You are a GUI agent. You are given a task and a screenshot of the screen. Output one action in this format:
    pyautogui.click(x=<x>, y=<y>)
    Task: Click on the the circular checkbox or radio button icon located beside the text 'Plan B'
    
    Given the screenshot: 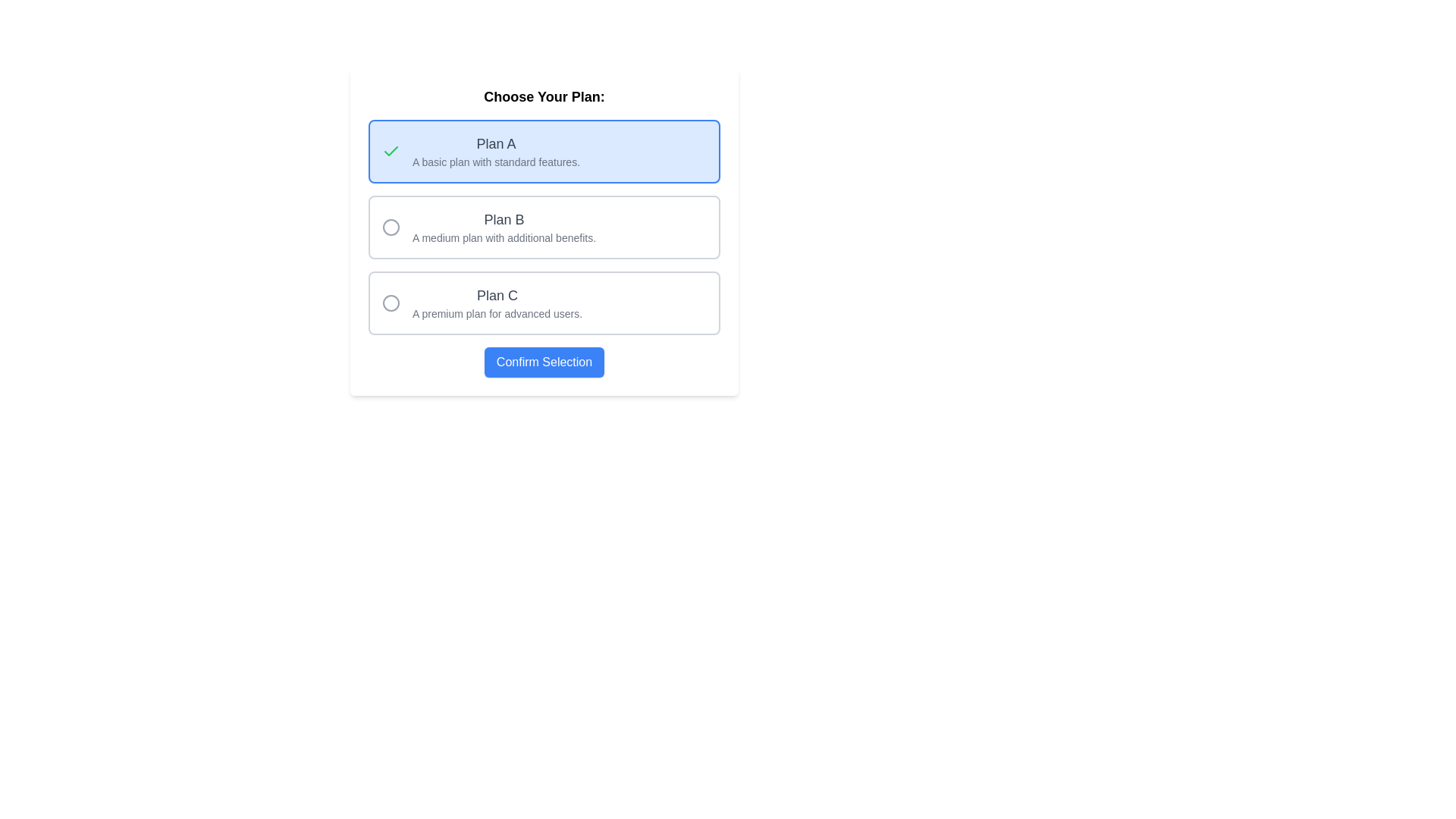 What is the action you would take?
    pyautogui.click(x=391, y=227)
    